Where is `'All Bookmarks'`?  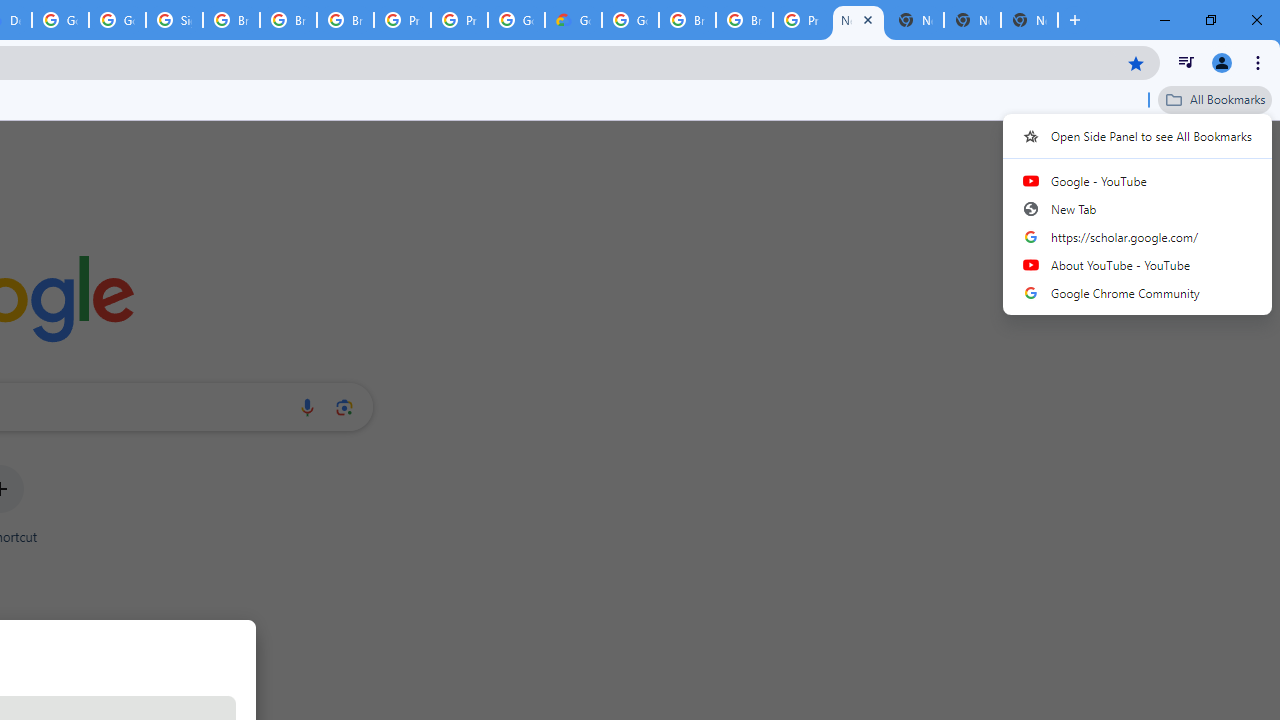 'All Bookmarks' is located at coordinates (1214, 99).